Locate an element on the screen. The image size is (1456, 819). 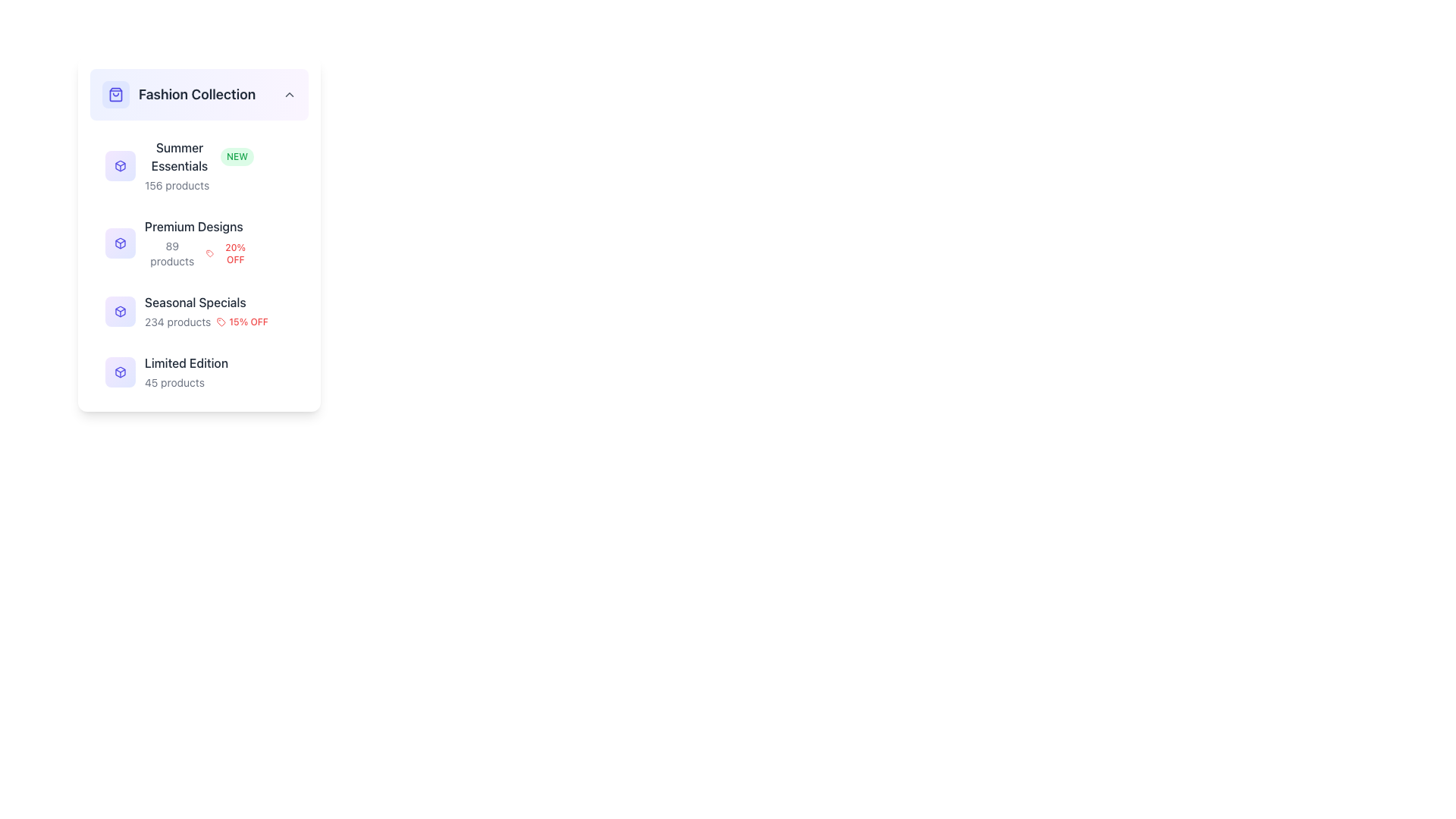
the Interactive collapsible title bar labeled 'Fashion Collection', which features a shopping bag icon and a chevron icon is located at coordinates (199, 94).